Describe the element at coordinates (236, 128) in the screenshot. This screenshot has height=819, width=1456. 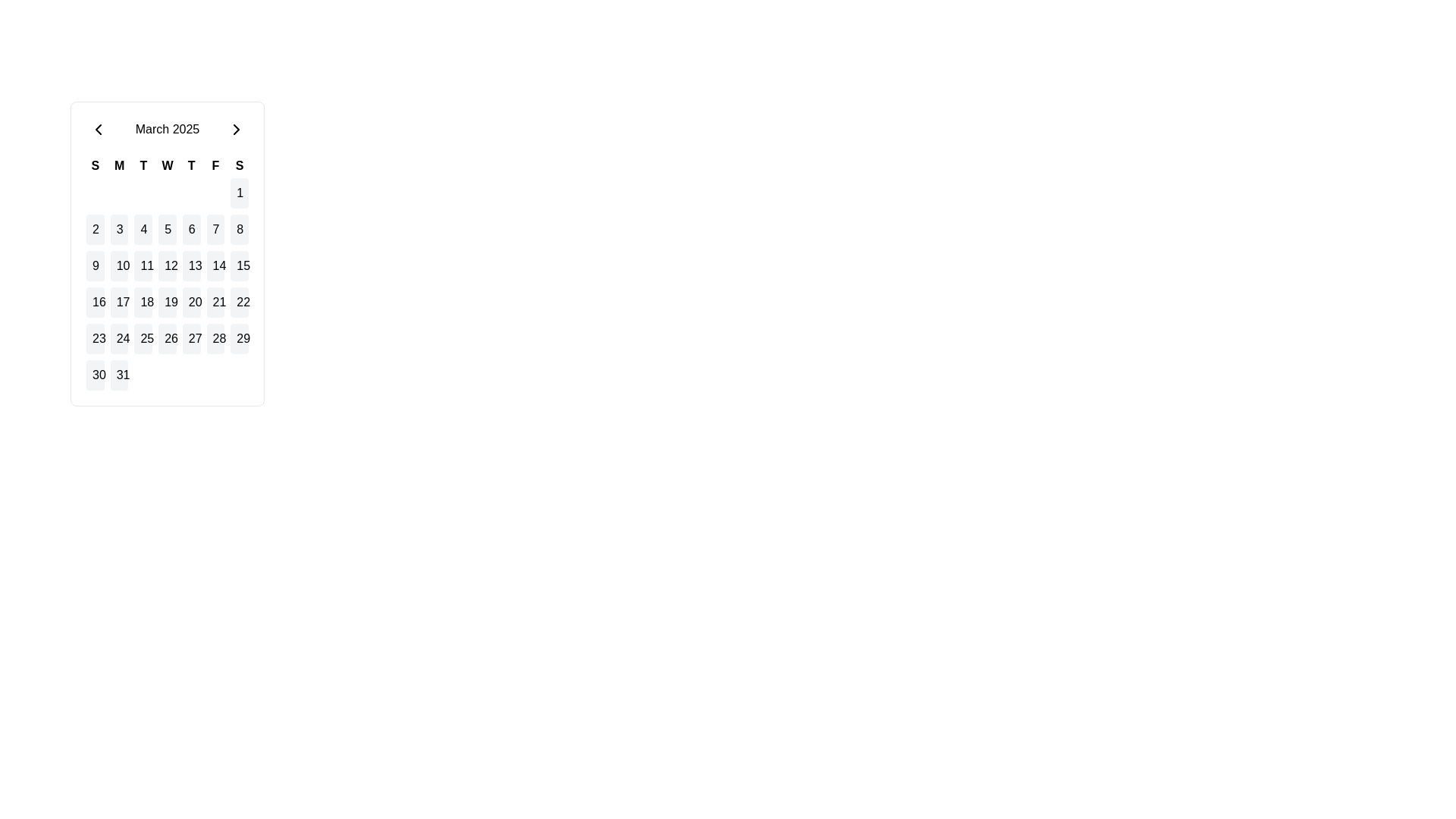
I see `the chevron icon to the right of the month label 'March 2025' in the calendar interface` at that location.